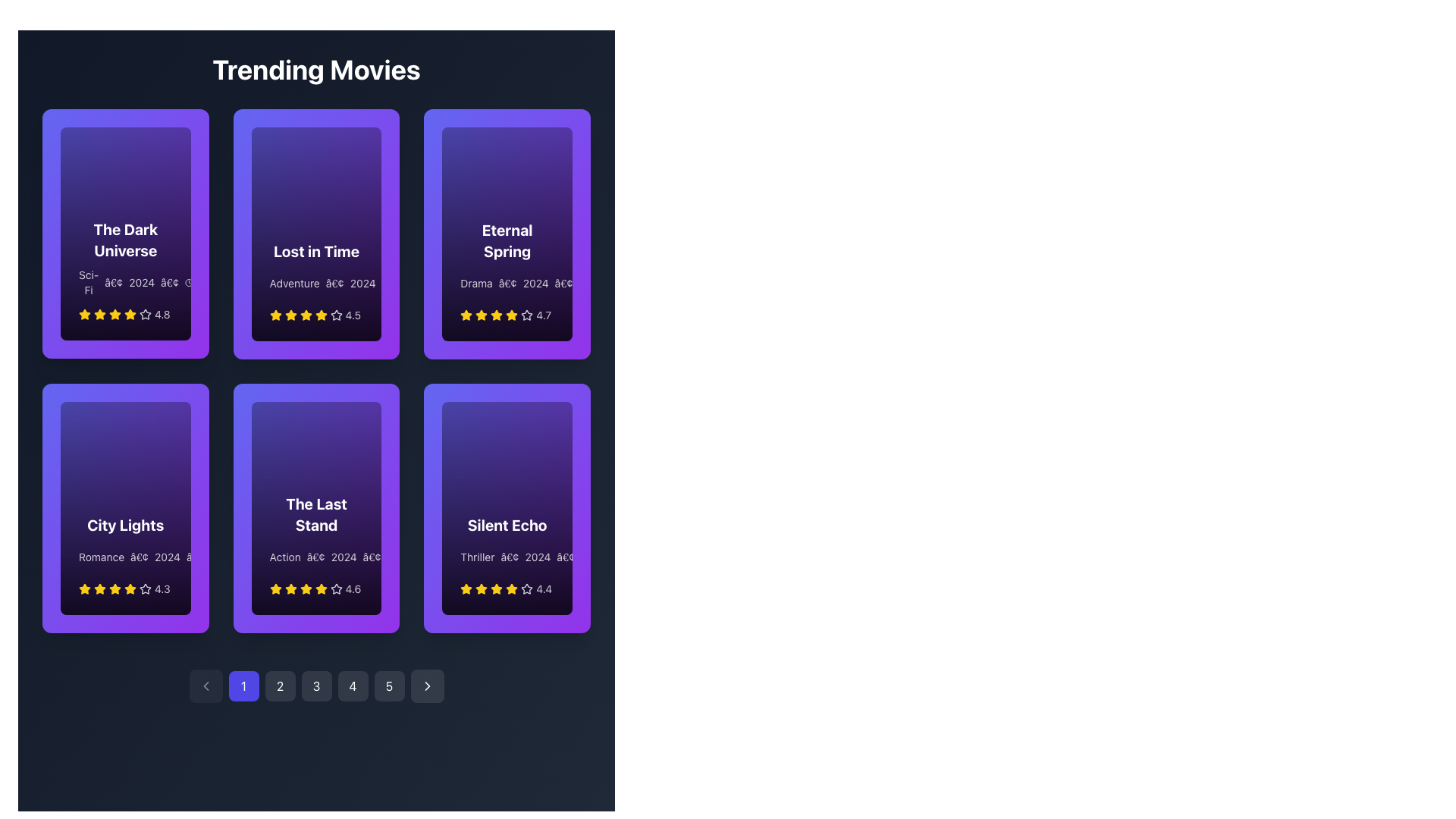 The height and width of the screenshot is (819, 1456). Describe the element at coordinates (130, 587) in the screenshot. I see `the fifth star icon` at that location.